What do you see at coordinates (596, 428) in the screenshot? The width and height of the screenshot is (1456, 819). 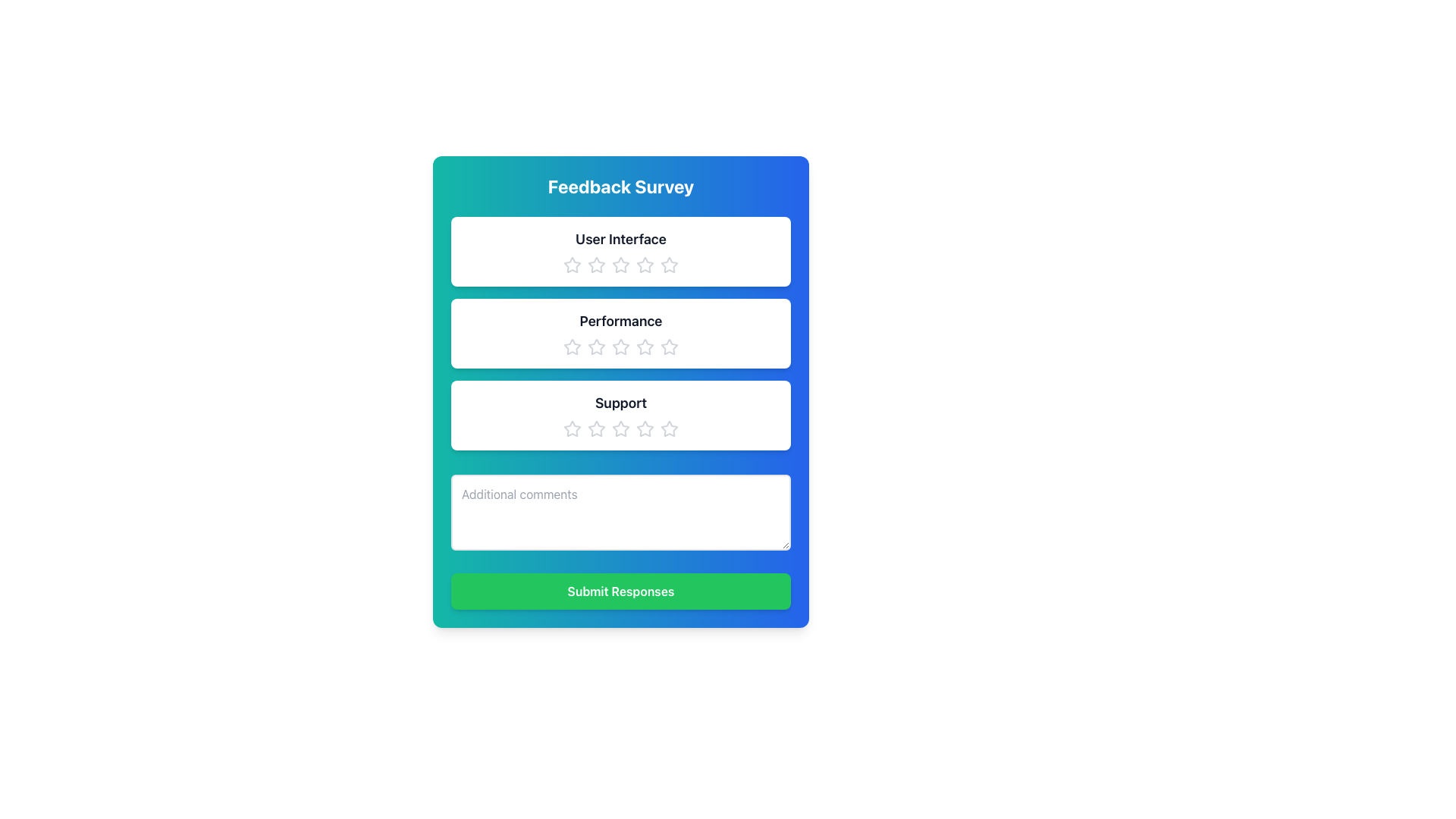 I see `the first star icon in the 'Support' category` at bounding box center [596, 428].